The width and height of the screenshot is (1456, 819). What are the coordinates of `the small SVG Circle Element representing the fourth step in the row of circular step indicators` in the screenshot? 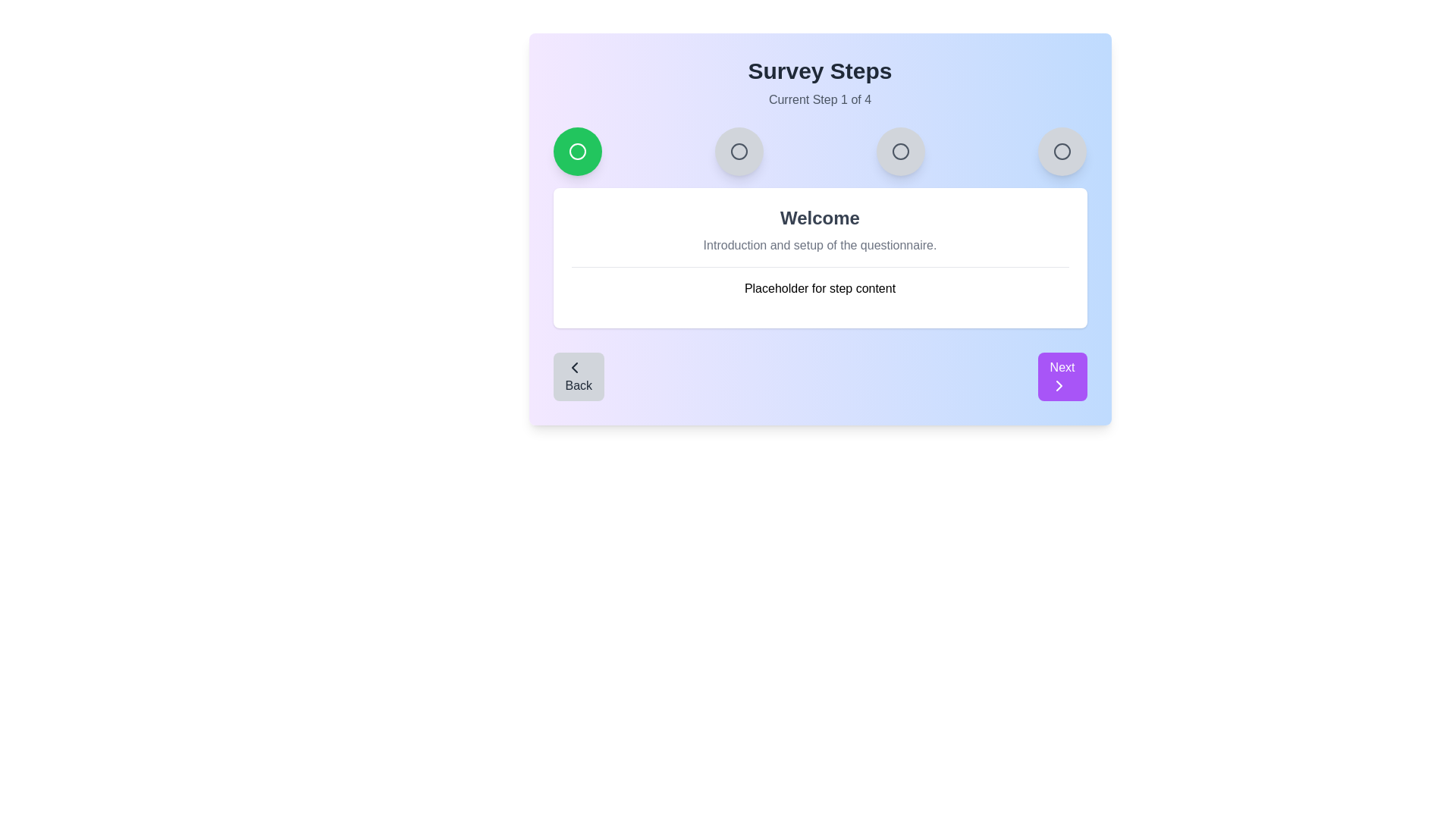 It's located at (1062, 152).